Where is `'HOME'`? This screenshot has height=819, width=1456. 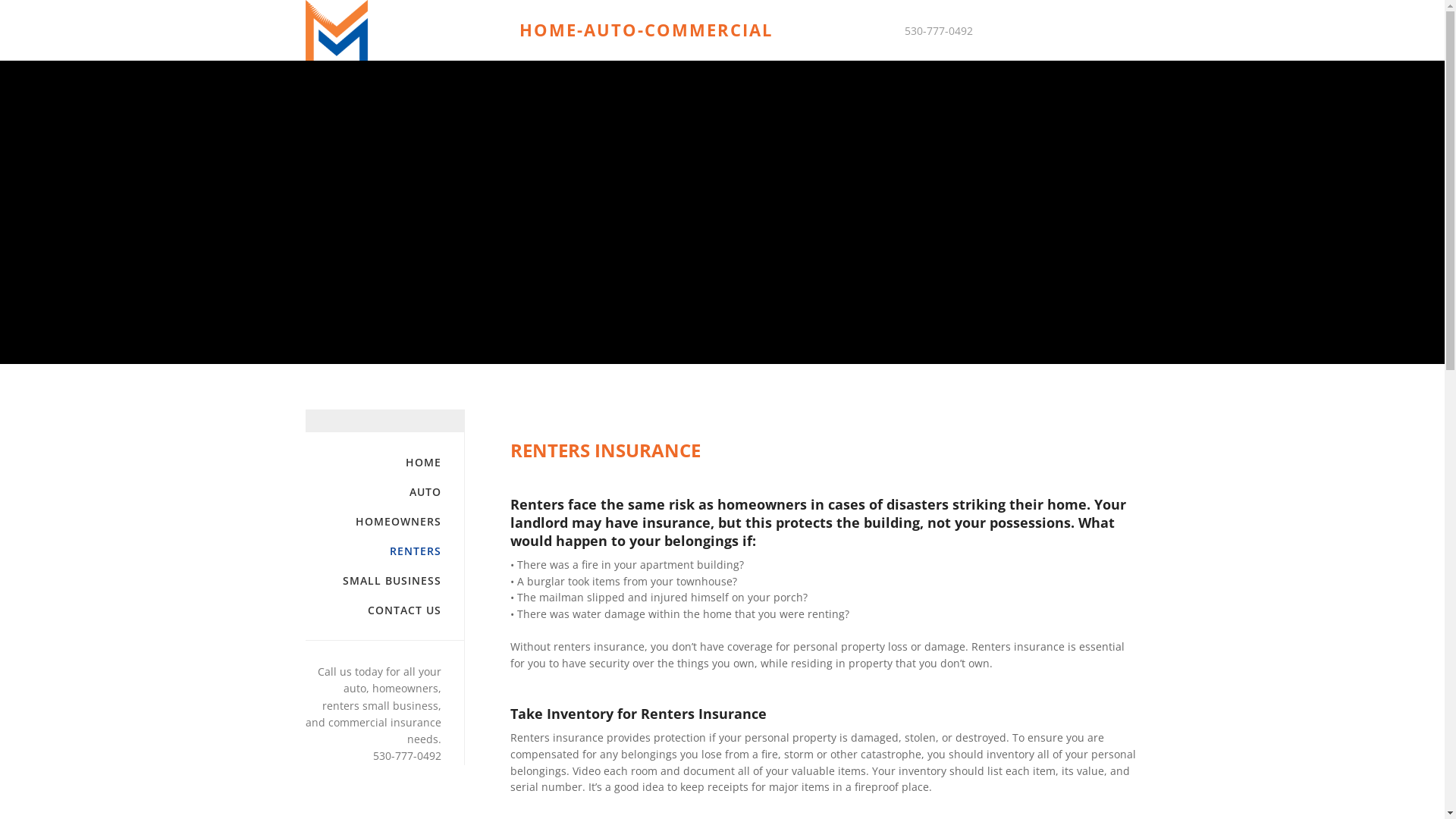 'HOME' is located at coordinates (372, 461).